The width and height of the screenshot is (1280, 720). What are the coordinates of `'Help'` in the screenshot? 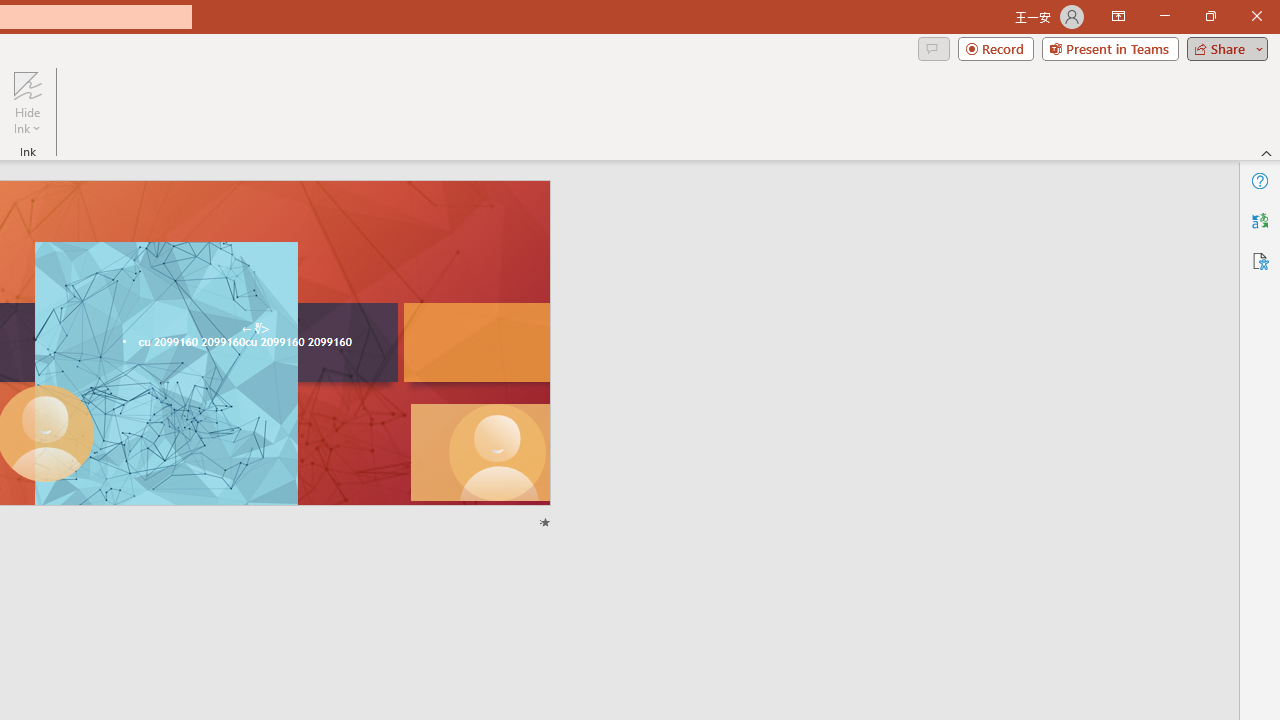 It's located at (1259, 181).